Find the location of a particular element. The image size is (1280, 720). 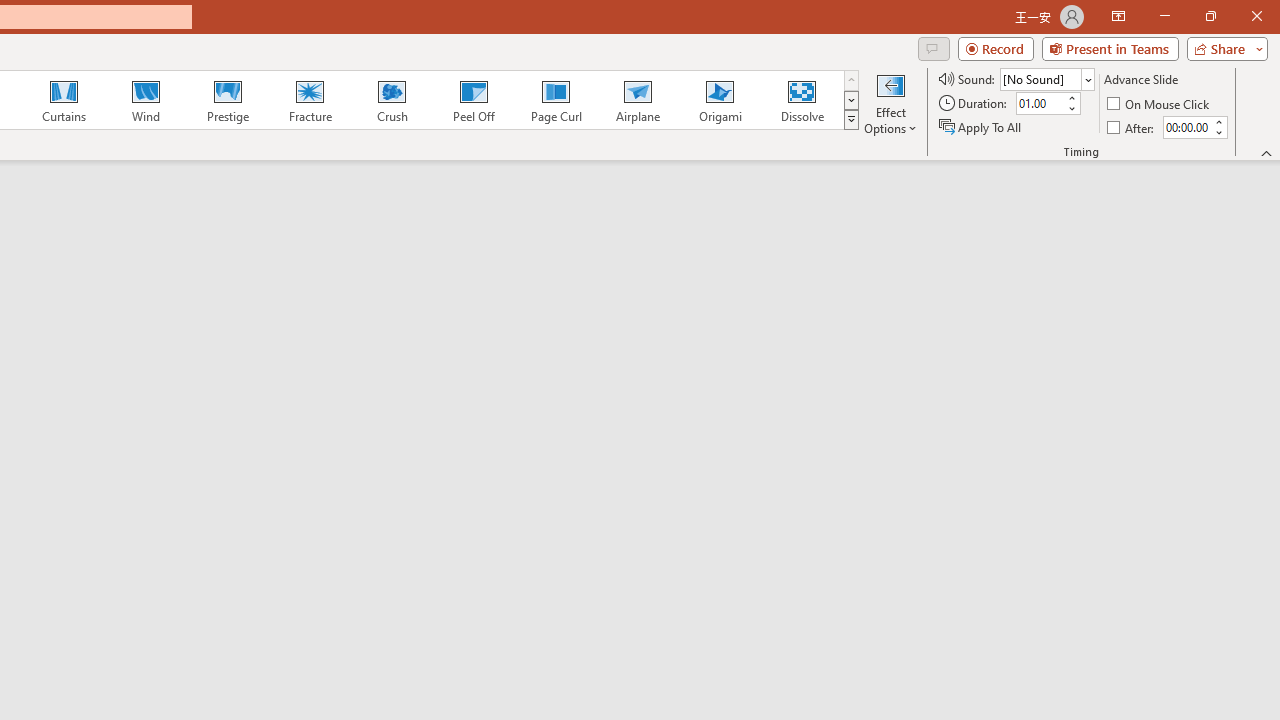

'Page Curl' is located at coordinates (555, 100).